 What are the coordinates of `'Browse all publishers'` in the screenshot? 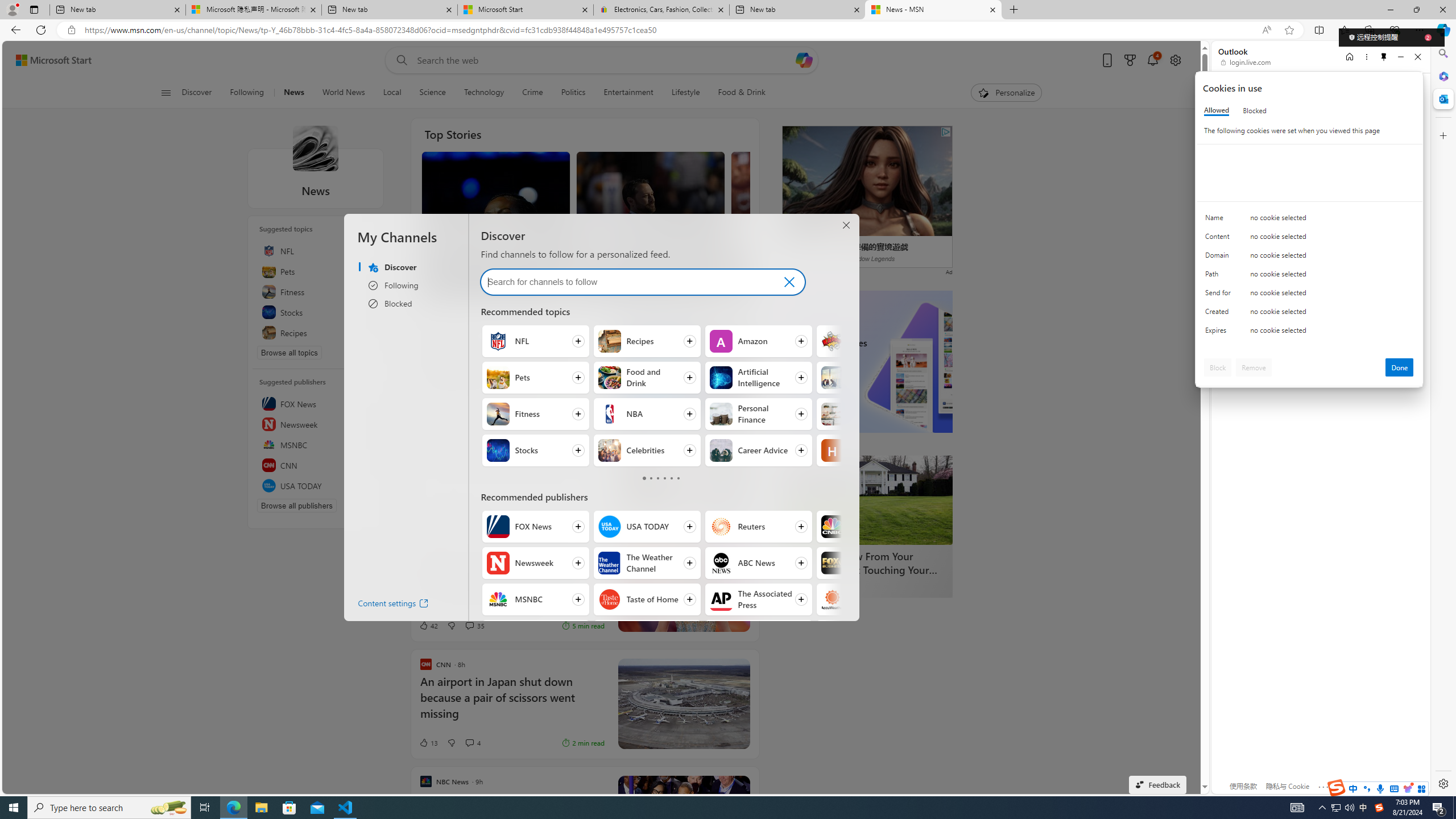 It's located at (296, 505).